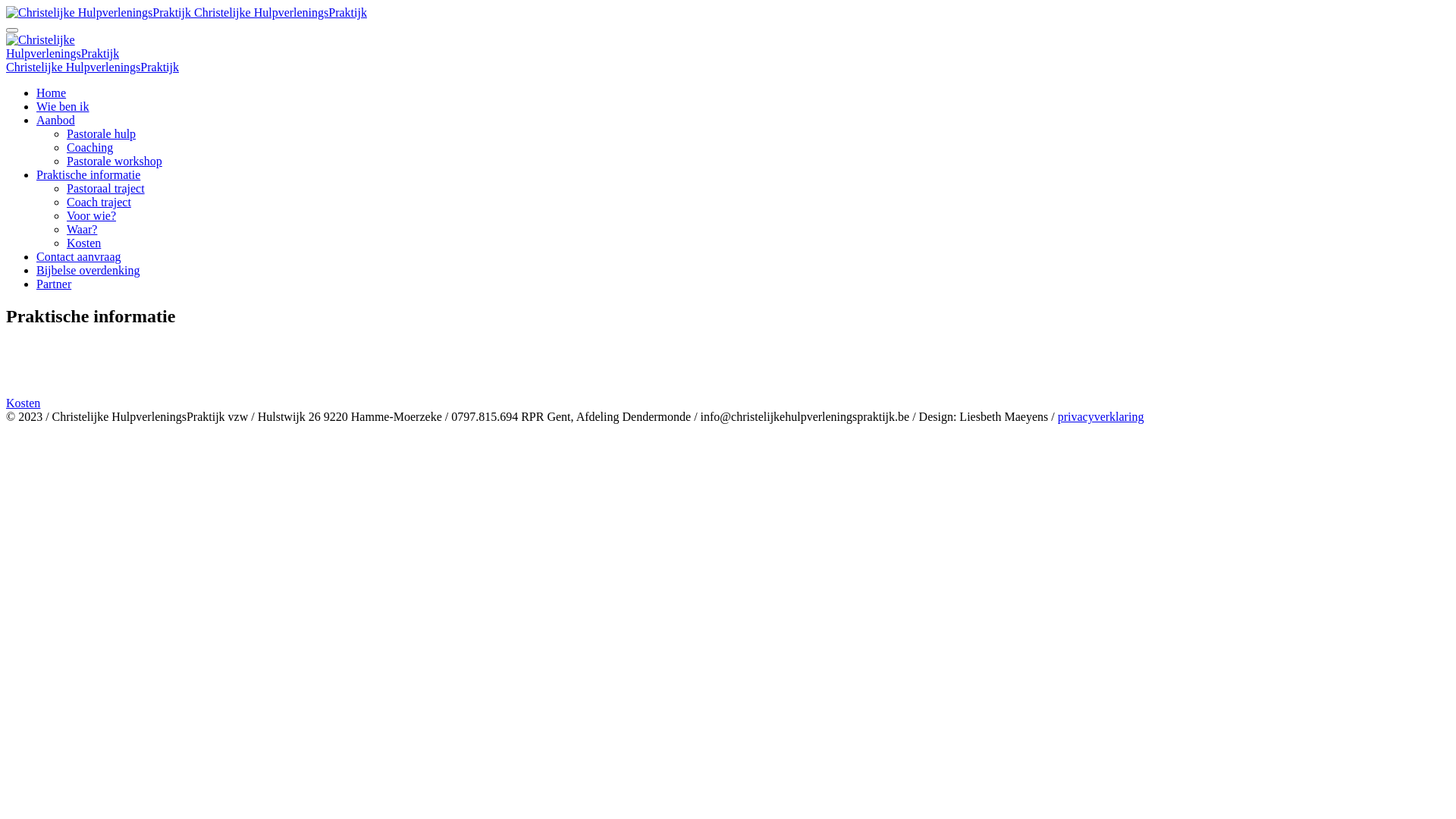 This screenshot has height=819, width=1456. Describe the element at coordinates (105, 187) in the screenshot. I see `'Pastoraal traject'` at that location.